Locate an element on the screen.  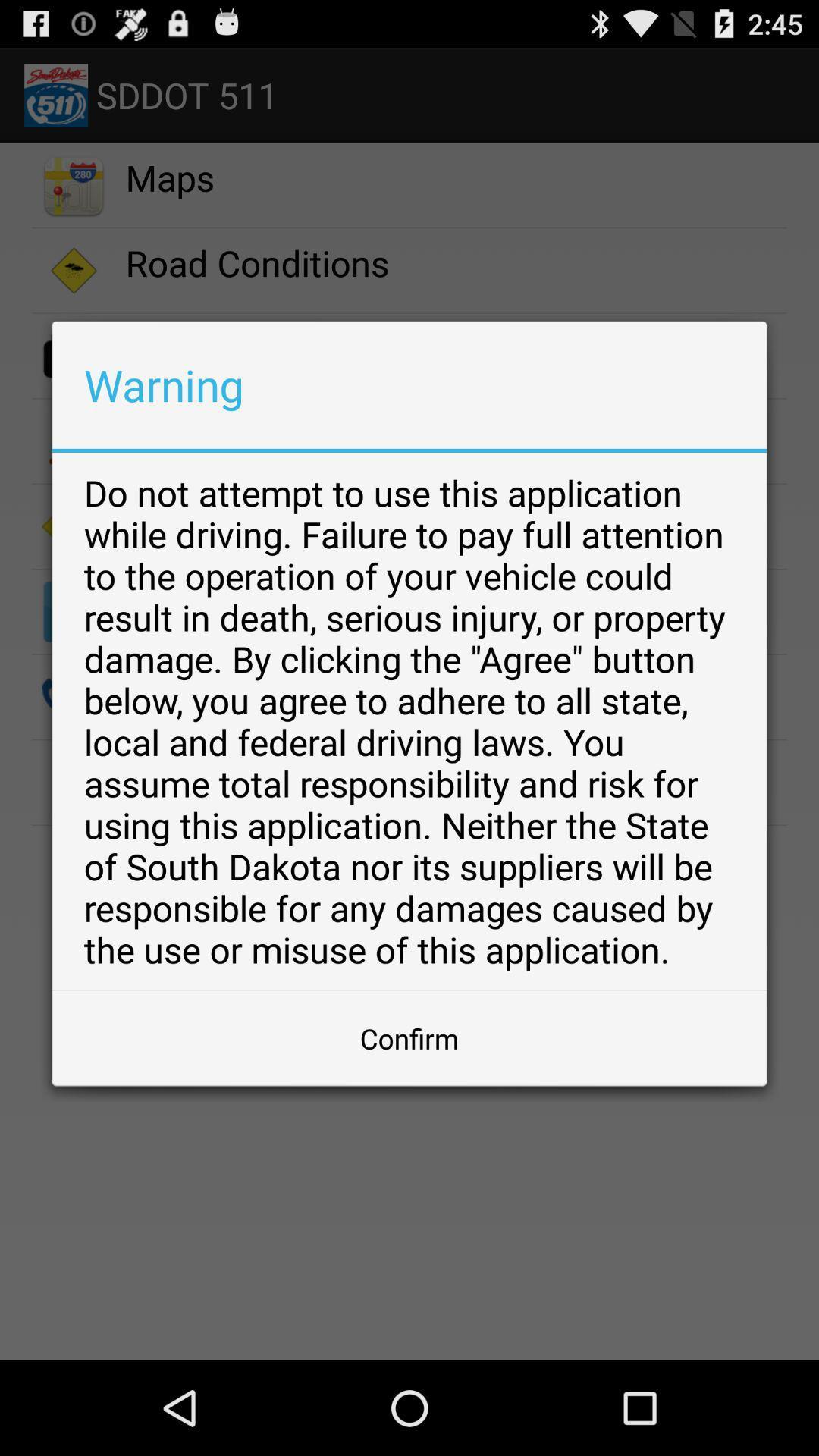
the confirm icon is located at coordinates (409, 1037).